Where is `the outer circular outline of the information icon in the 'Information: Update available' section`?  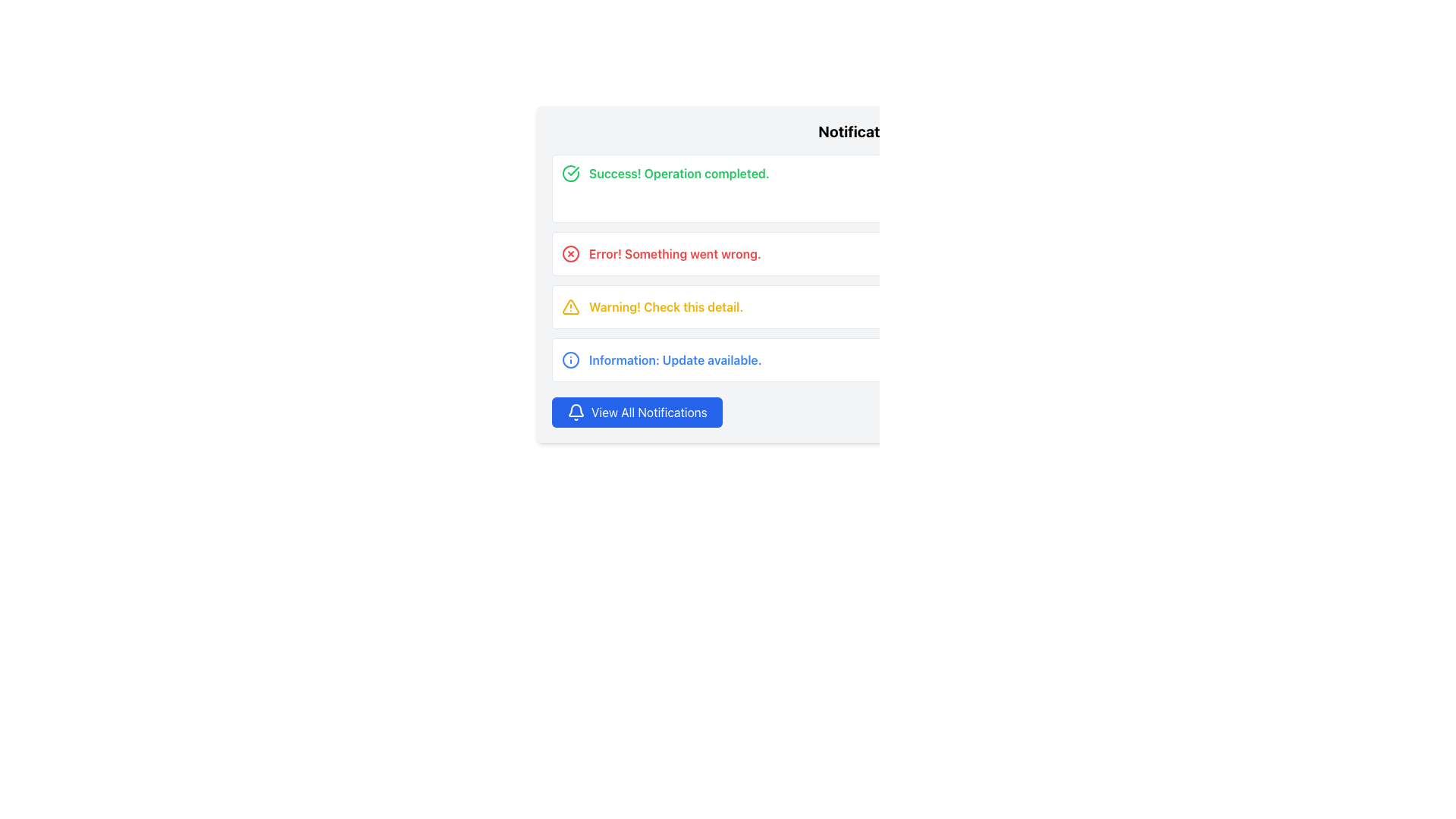 the outer circular outline of the information icon in the 'Information: Update available' section is located at coordinates (570, 359).